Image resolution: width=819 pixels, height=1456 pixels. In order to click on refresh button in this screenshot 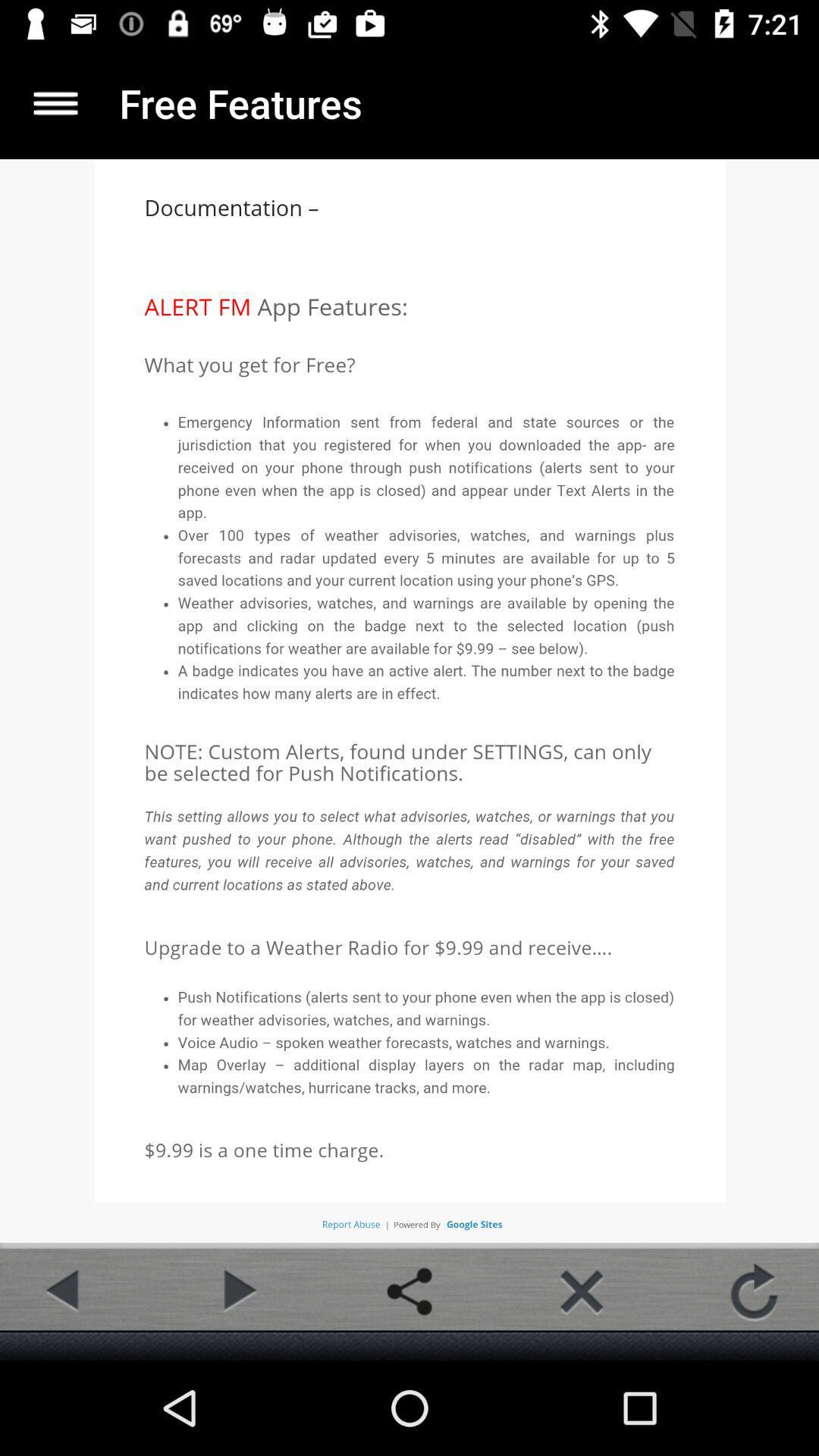, I will do `click(754, 1291)`.